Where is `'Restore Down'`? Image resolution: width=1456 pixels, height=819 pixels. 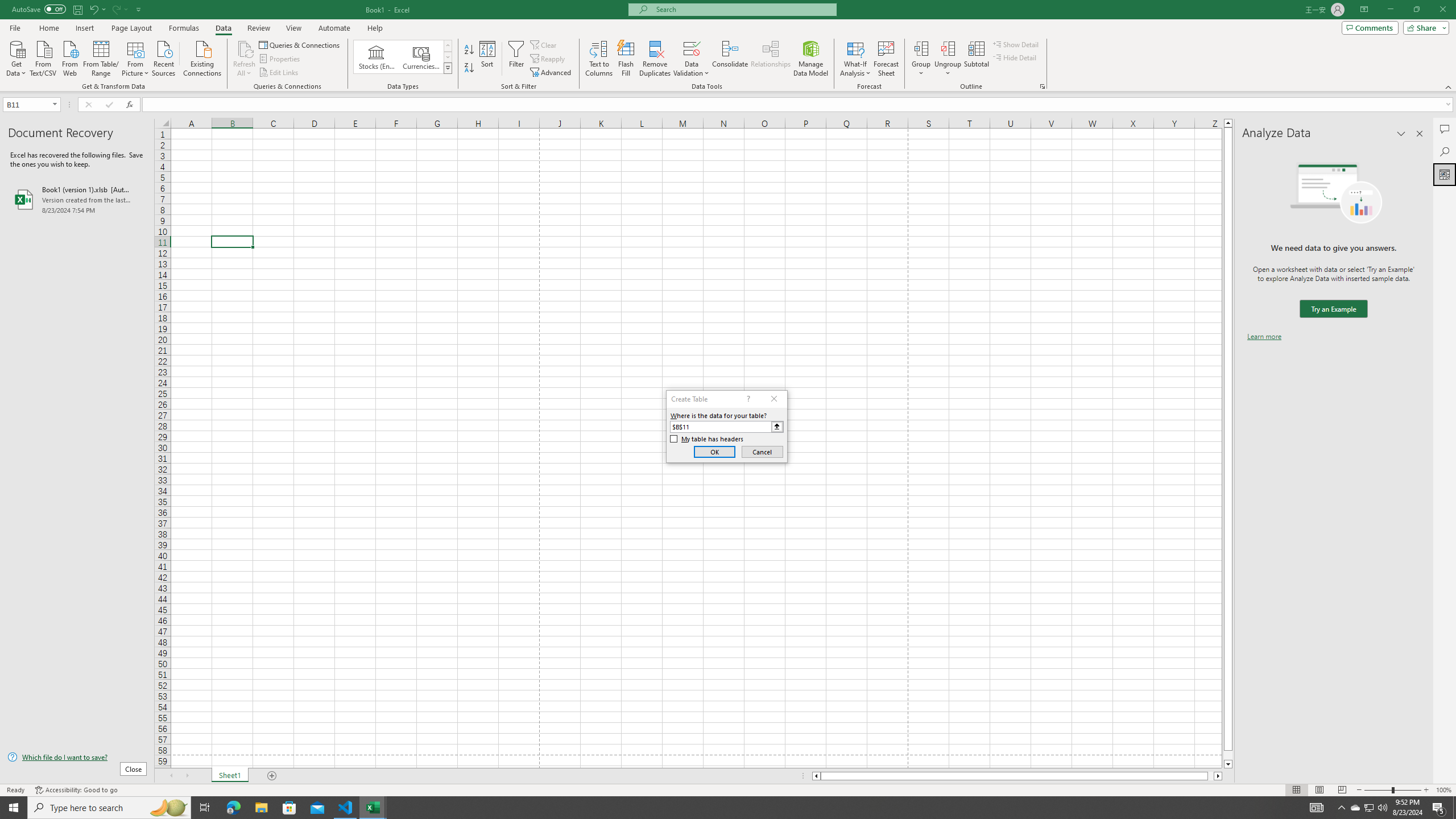 'Restore Down' is located at coordinates (1416, 9).